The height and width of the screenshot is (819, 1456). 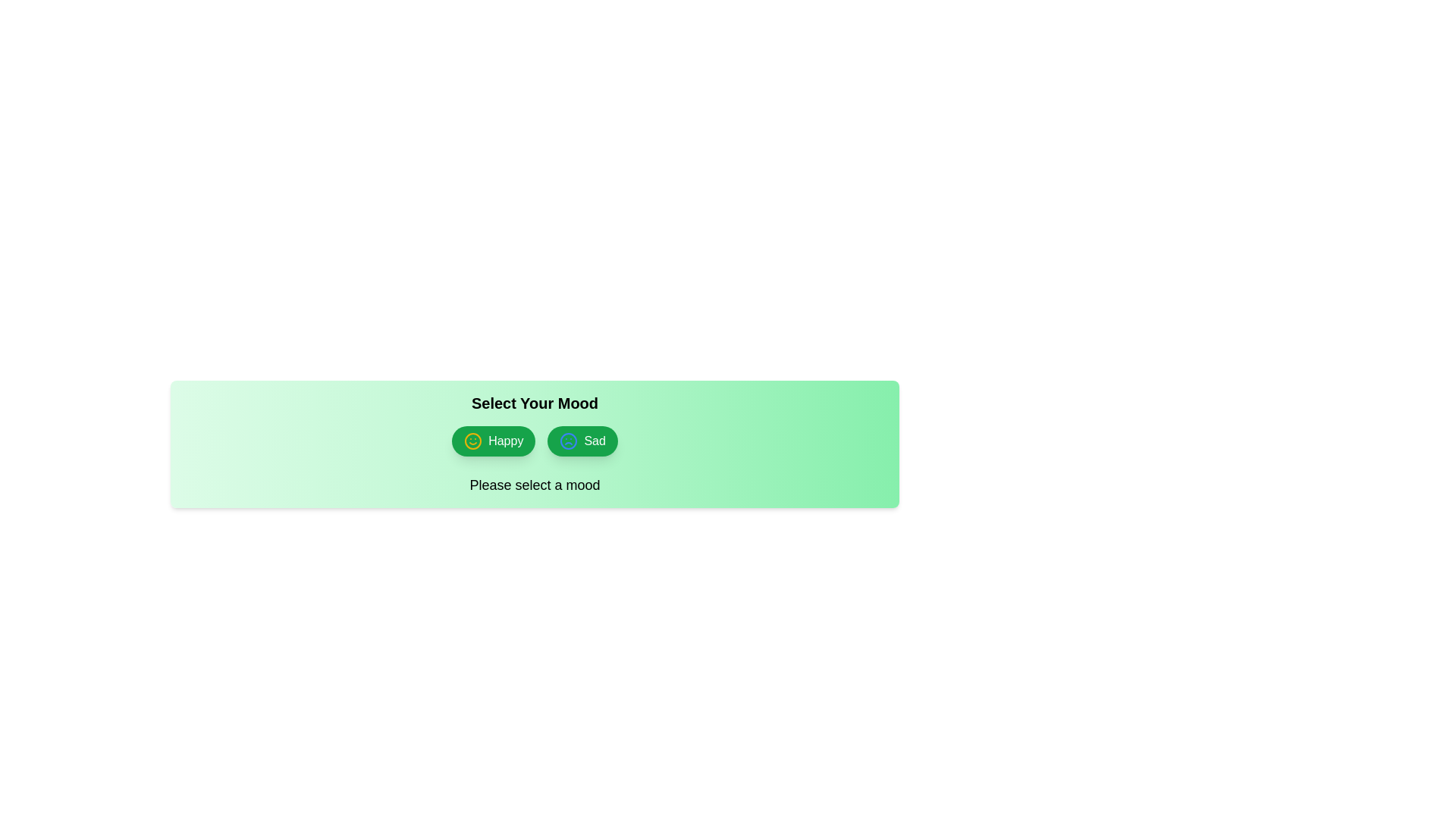 I want to click on the Happy button to observe the hover effect, so click(x=494, y=441).